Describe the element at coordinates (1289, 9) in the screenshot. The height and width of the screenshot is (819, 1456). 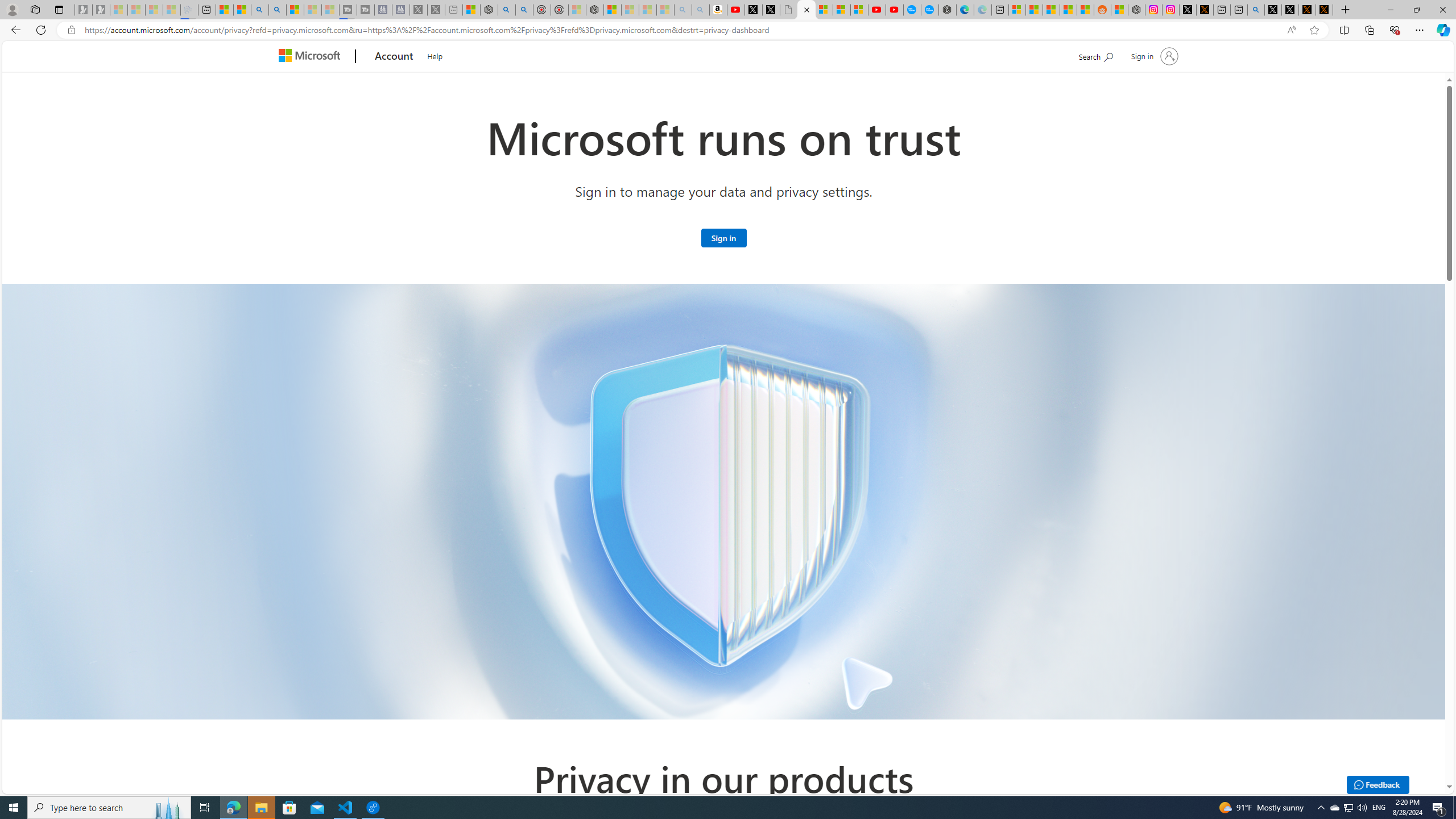
I see `'GitHub (@github) / X'` at that location.